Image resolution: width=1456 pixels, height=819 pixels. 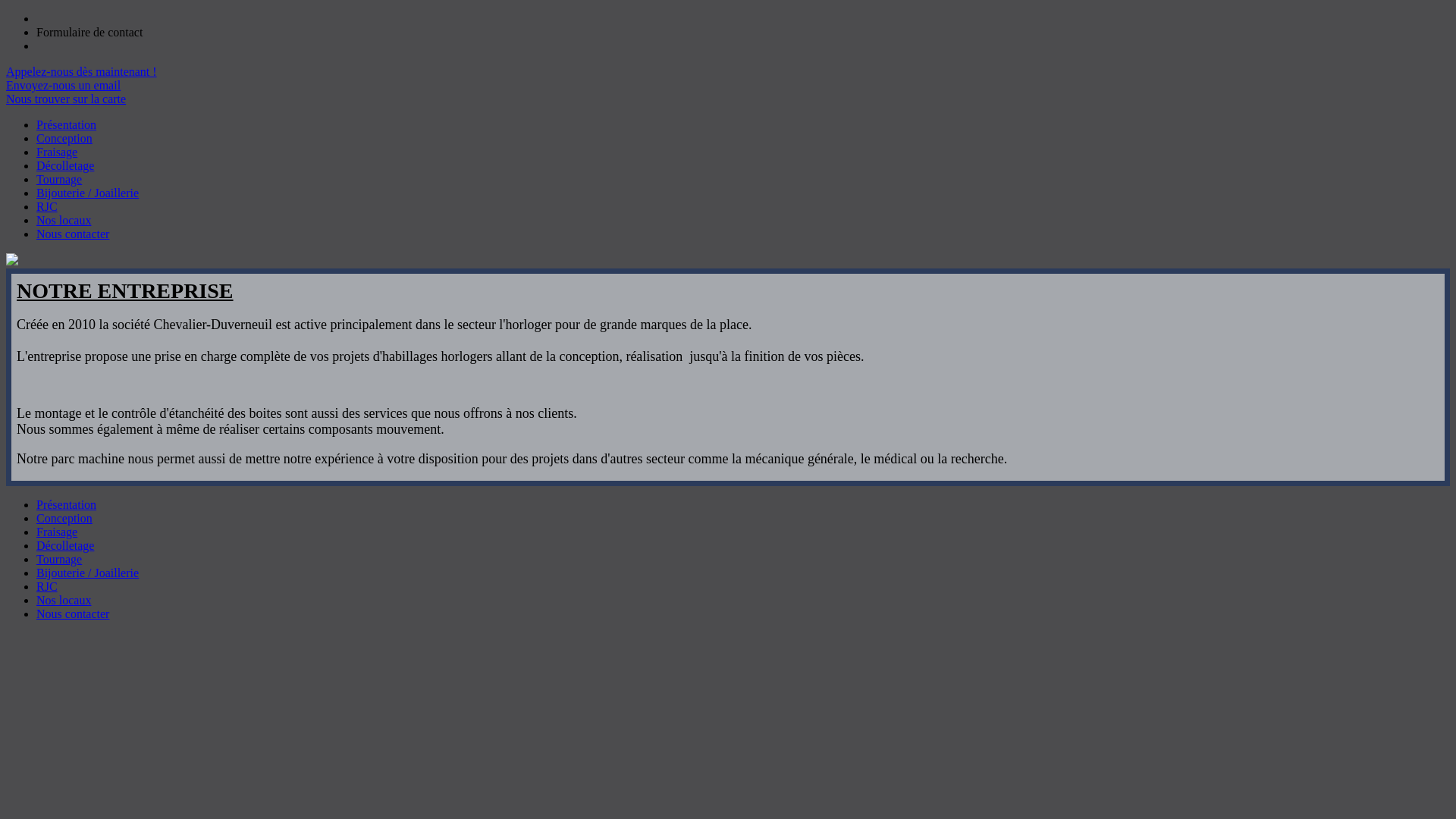 What do you see at coordinates (86, 573) in the screenshot?
I see `'Bijouterie / Joaillerie'` at bounding box center [86, 573].